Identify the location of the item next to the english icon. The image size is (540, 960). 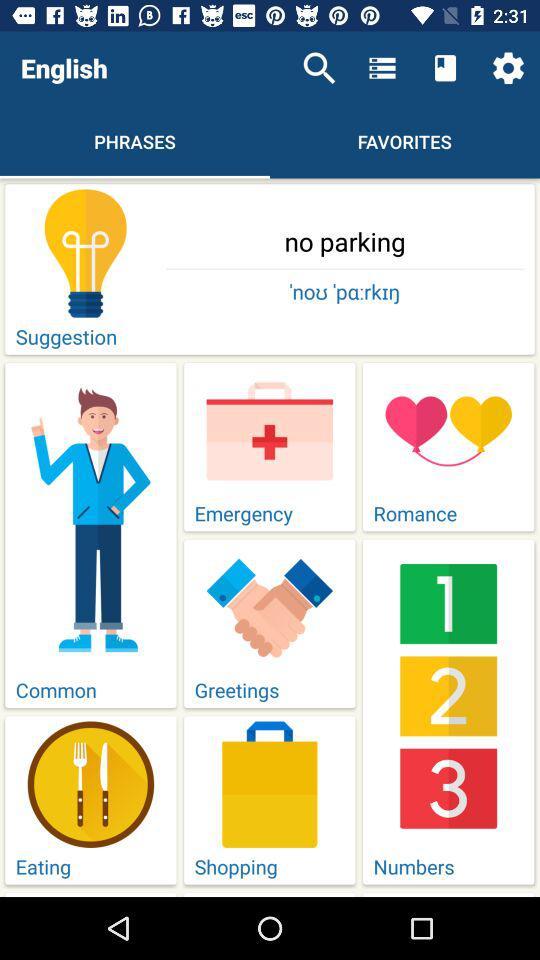
(319, 68).